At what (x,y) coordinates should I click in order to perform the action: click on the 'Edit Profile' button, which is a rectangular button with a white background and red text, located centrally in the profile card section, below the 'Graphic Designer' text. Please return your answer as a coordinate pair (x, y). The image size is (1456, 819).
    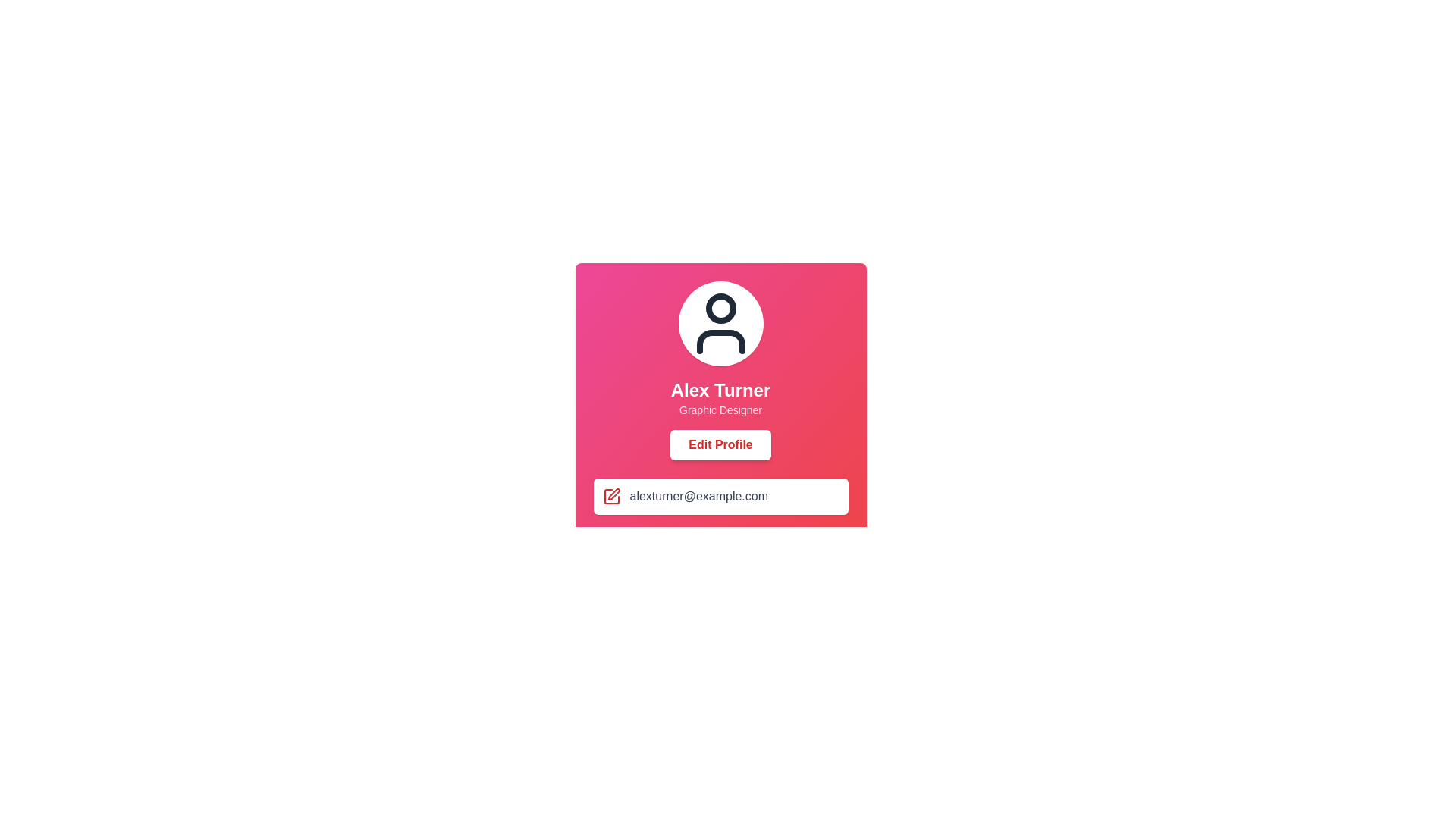
    Looking at the image, I should click on (720, 444).